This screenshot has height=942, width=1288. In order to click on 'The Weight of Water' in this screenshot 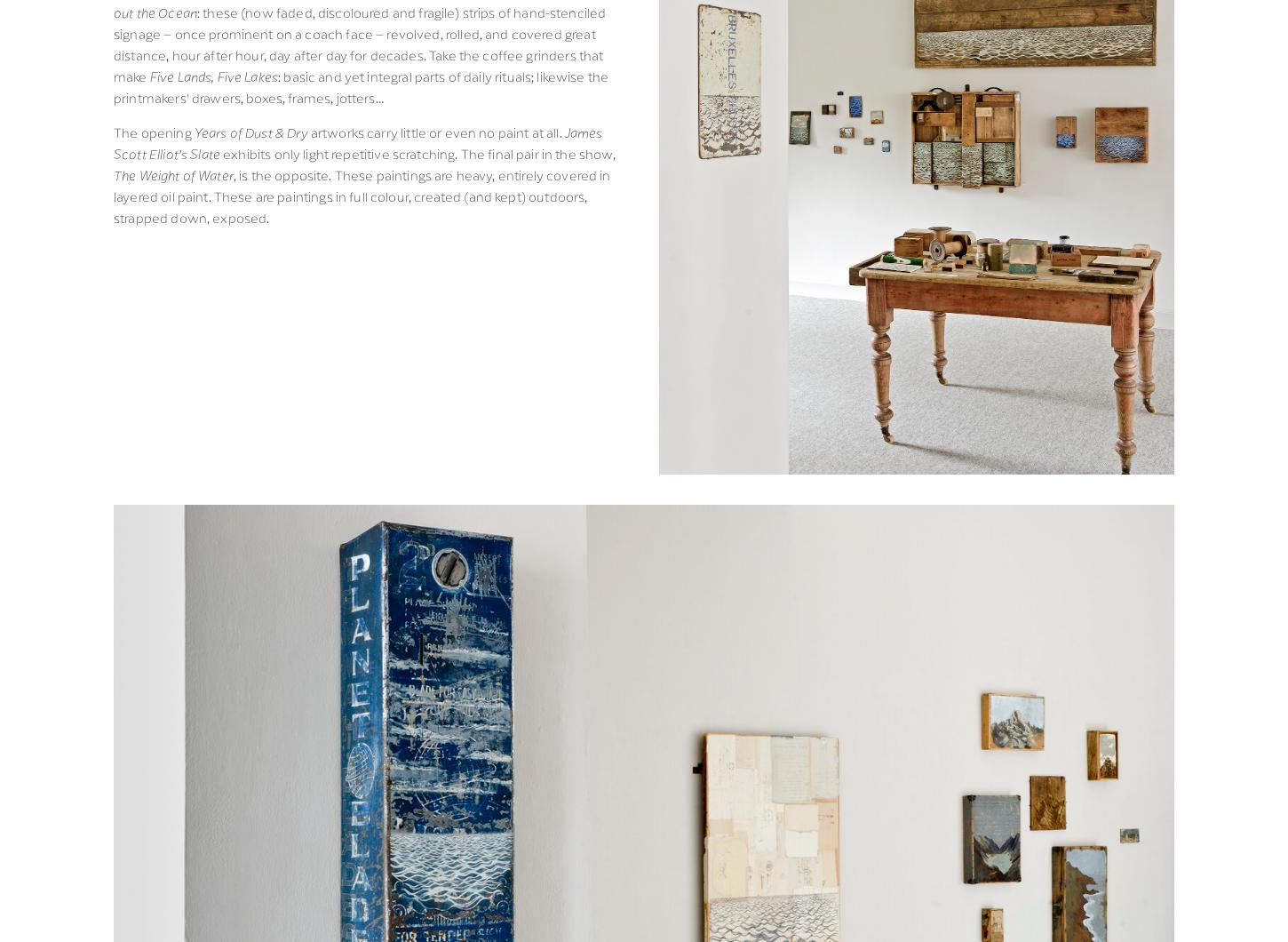, I will do `click(113, 172)`.